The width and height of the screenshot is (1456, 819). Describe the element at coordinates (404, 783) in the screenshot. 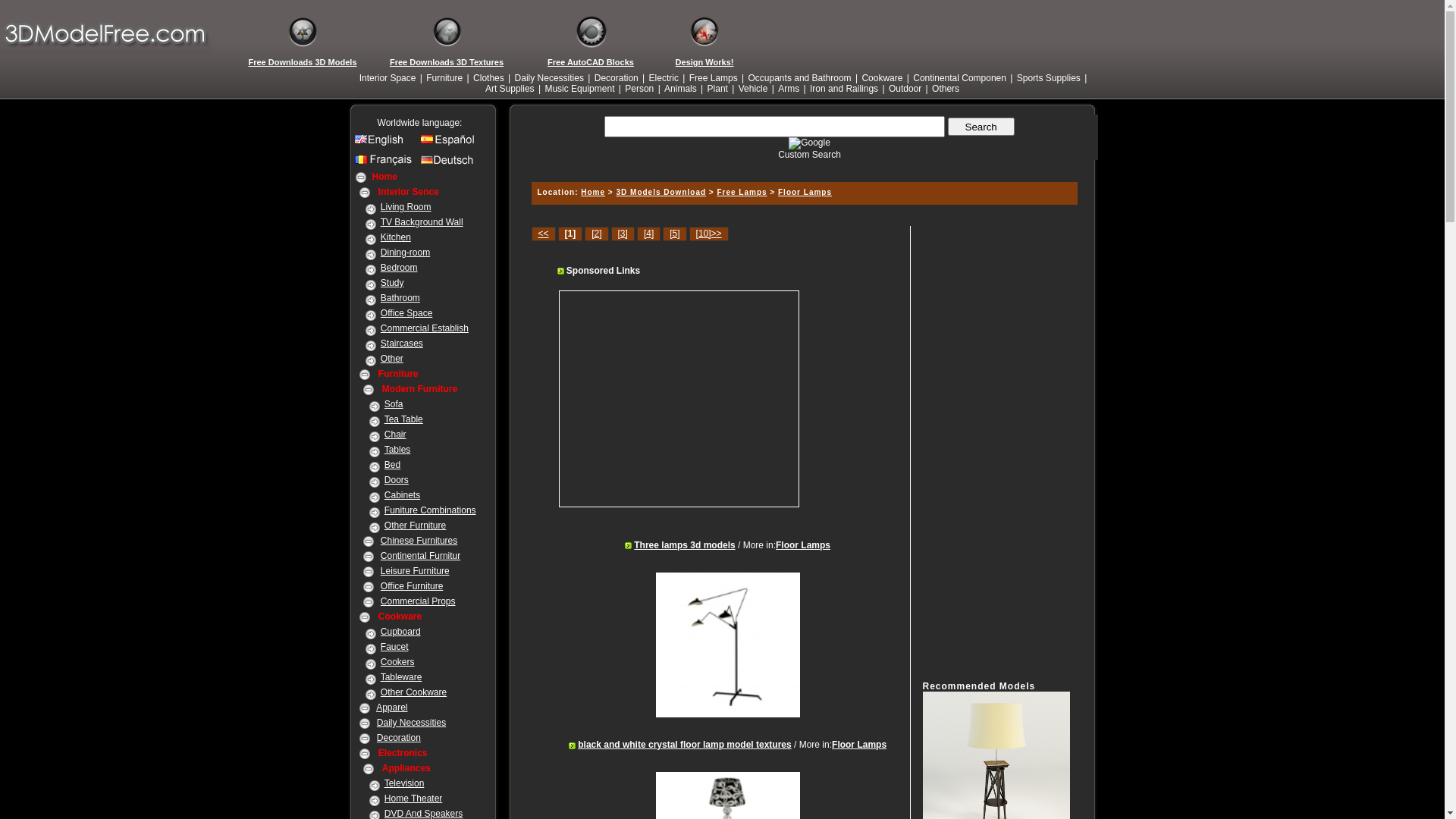

I see `'Television'` at that location.